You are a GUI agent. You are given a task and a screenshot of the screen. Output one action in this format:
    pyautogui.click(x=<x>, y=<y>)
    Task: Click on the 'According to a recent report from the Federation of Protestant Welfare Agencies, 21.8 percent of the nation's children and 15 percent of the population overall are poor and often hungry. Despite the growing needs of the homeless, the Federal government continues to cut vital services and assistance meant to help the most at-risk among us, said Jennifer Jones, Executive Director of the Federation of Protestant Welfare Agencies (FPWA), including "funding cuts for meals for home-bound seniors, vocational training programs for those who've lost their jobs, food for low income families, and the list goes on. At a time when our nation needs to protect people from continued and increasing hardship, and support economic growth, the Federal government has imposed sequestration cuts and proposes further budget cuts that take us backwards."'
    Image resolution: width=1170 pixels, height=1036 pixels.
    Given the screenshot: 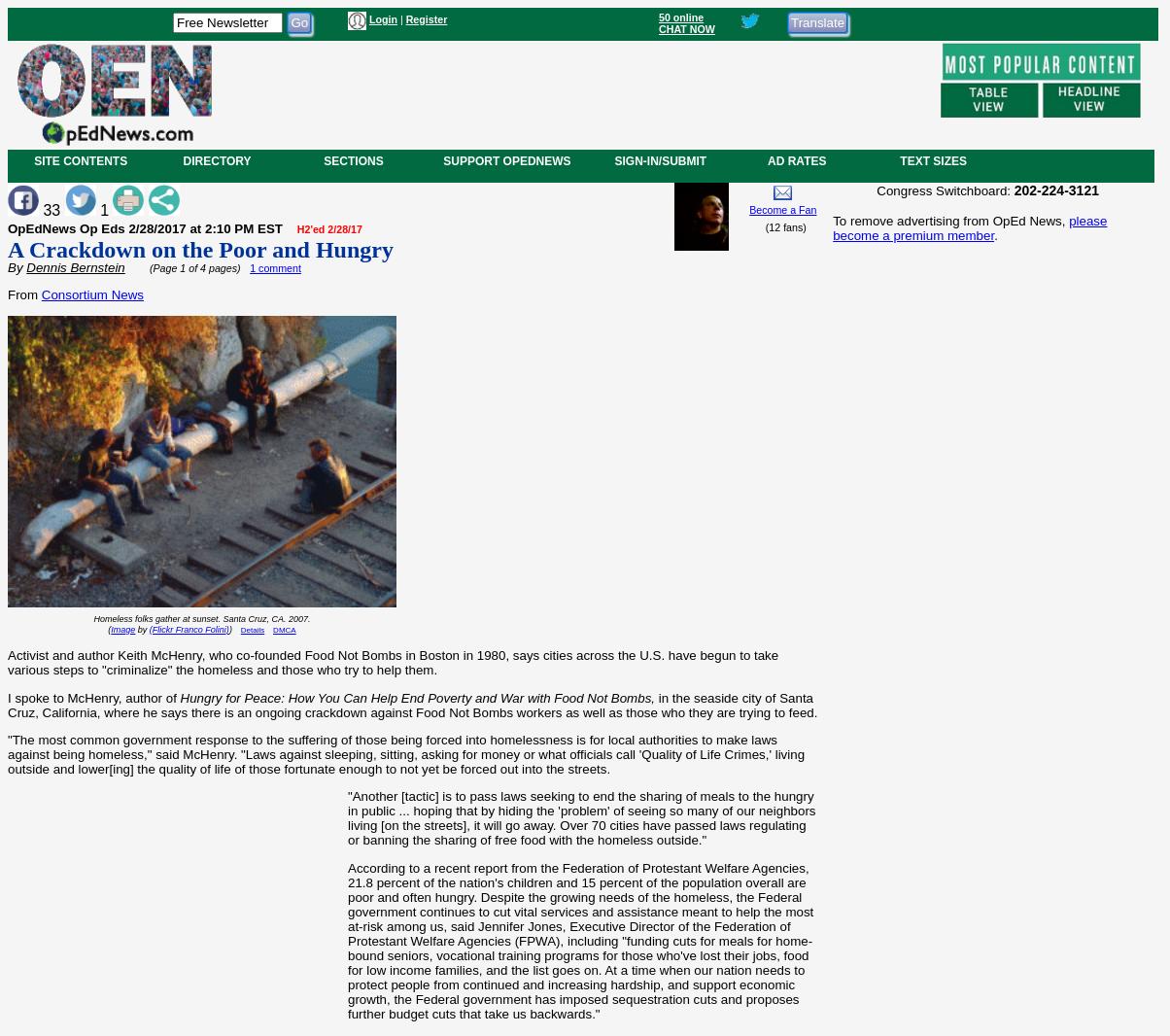 What is the action you would take?
    pyautogui.click(x=347, y=940)
    